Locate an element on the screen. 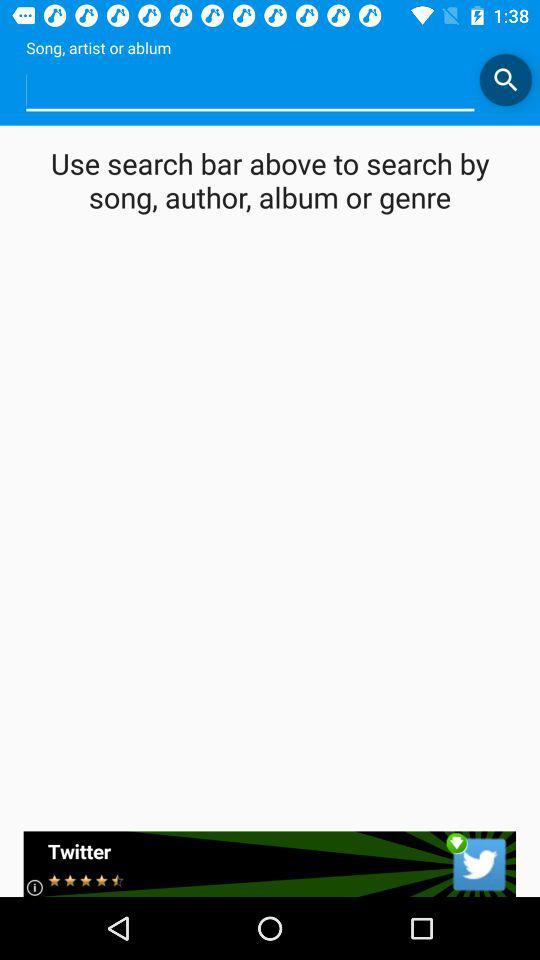  advertisement link is located at coordinates (269, 863).